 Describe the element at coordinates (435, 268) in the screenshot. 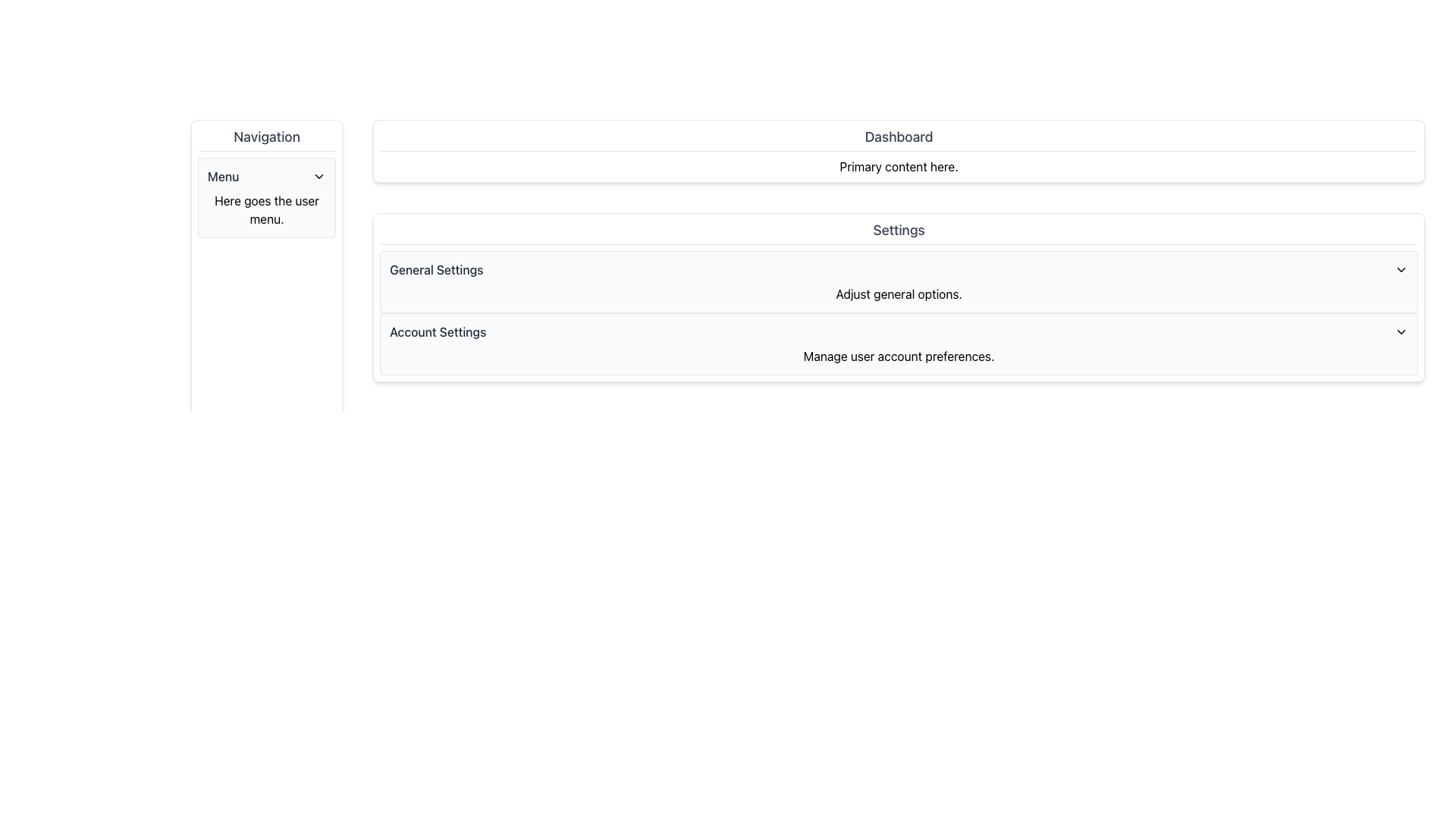

I see `the Text Label indicating the content or functionality related to general settings, located near the top of the 'Settings' section, aligned left with a chevron icon on the right` at that location.